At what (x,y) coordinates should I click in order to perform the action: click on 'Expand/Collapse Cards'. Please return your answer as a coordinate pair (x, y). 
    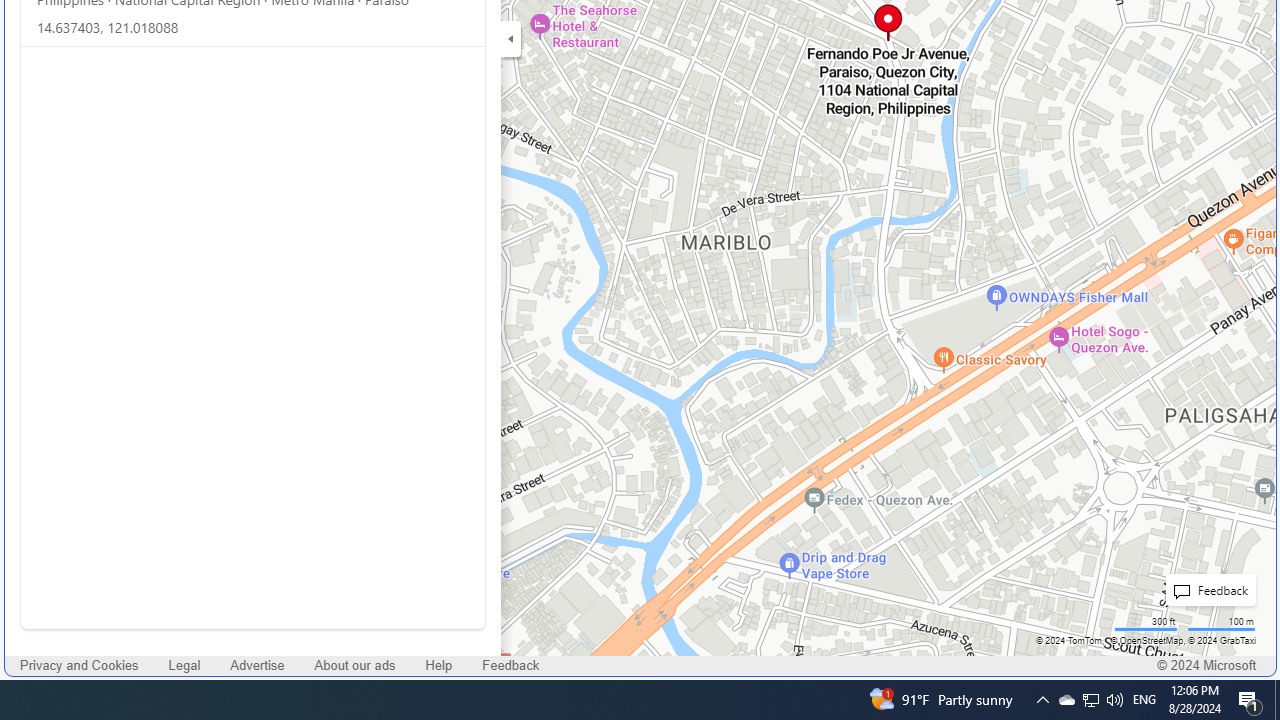
    Looking at the image, I should click on (510, 38).